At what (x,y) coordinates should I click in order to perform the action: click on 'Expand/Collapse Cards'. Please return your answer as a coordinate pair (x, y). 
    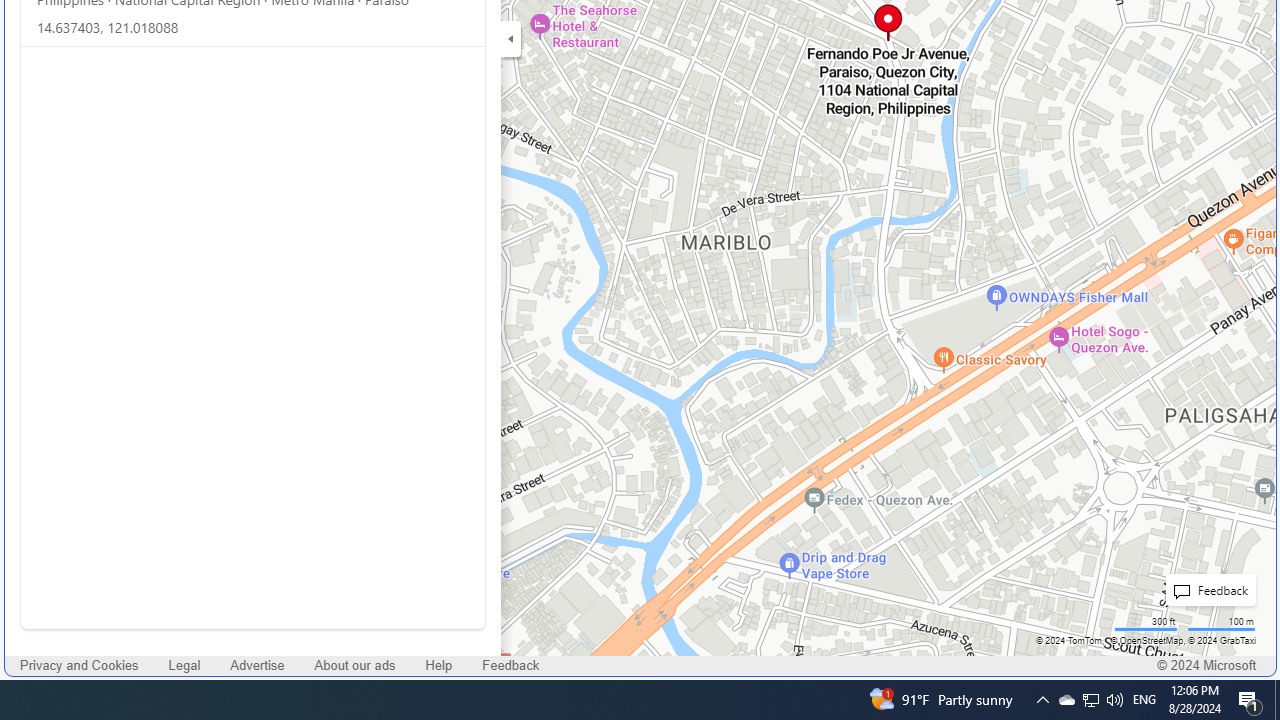
    Looking at the image, I should click on (510, 38).